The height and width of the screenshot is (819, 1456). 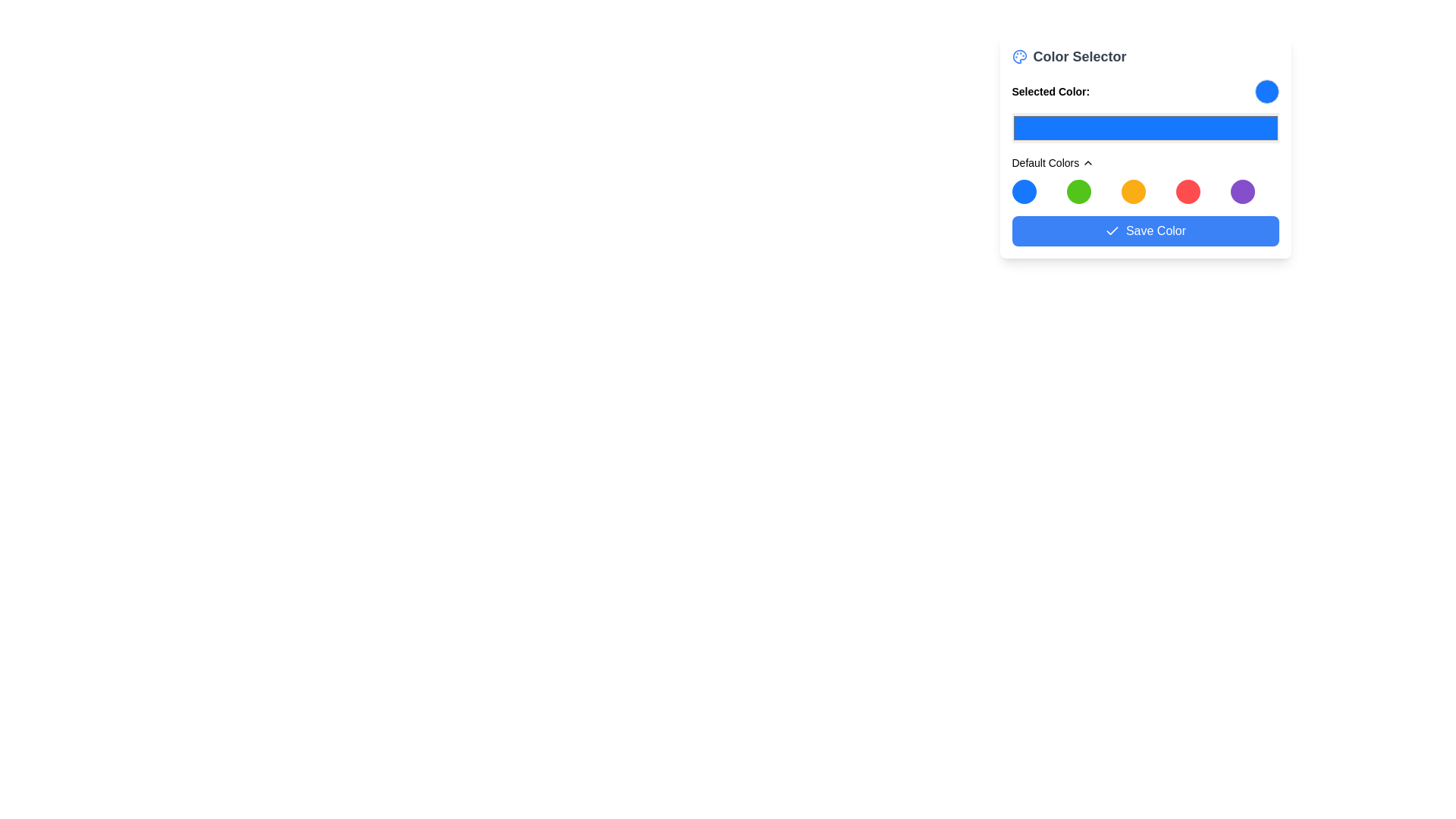 I want to click on the first circular button in the 'Default Colors' section, so click(x=1024, y=191).